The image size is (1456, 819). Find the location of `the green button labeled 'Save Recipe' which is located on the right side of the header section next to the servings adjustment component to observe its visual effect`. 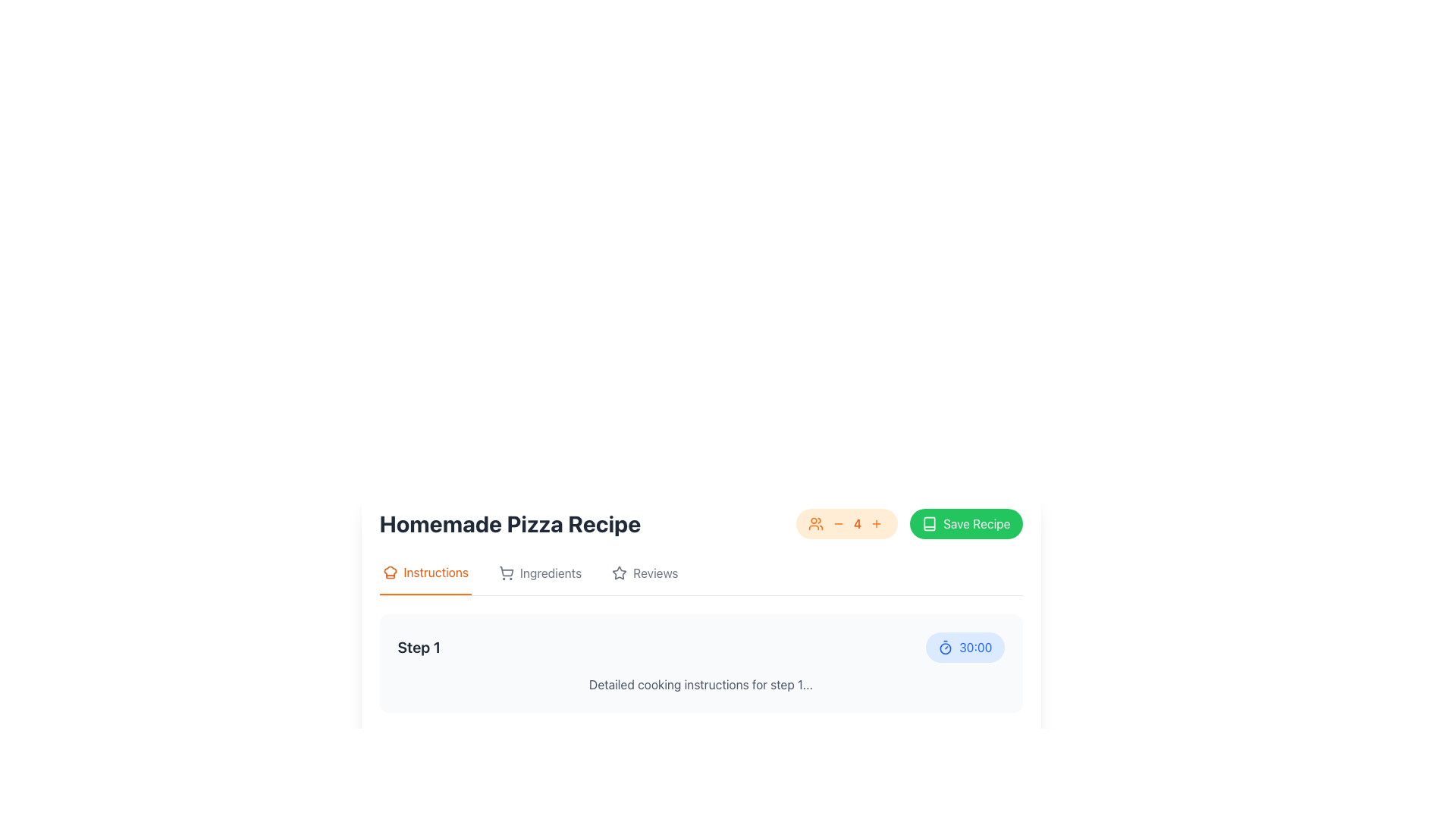

the green button labeled 'Save Recipe' which is located on the right side of the header section next to the servings adjustment component to observe its visual effect is located at coordinates (909, 522).